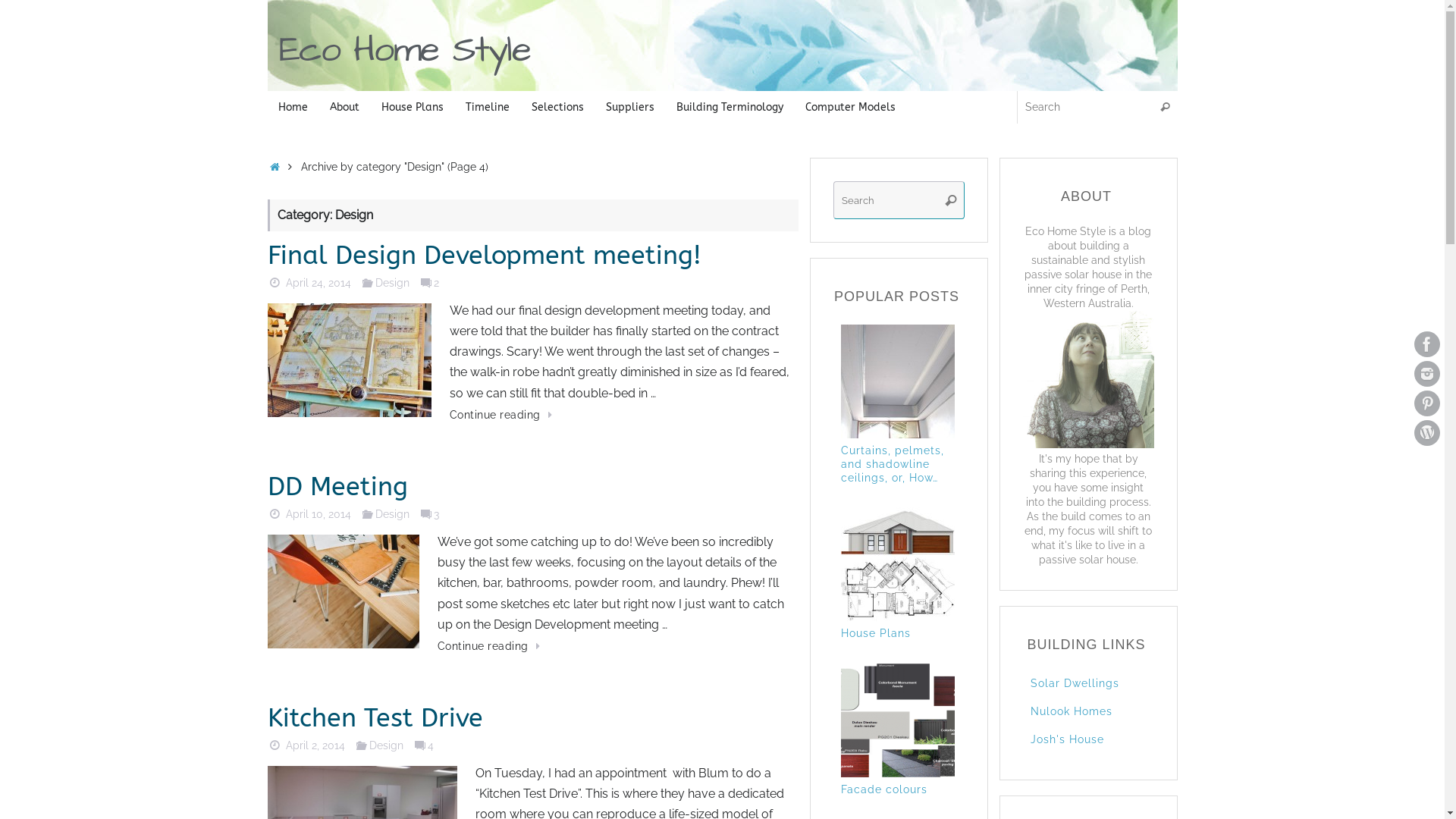 This screenshot has height=819, width=1456. Describe the element at coordinates (1073, 683) in the screenshot. I see `'Solar Dwellings'` at that location.